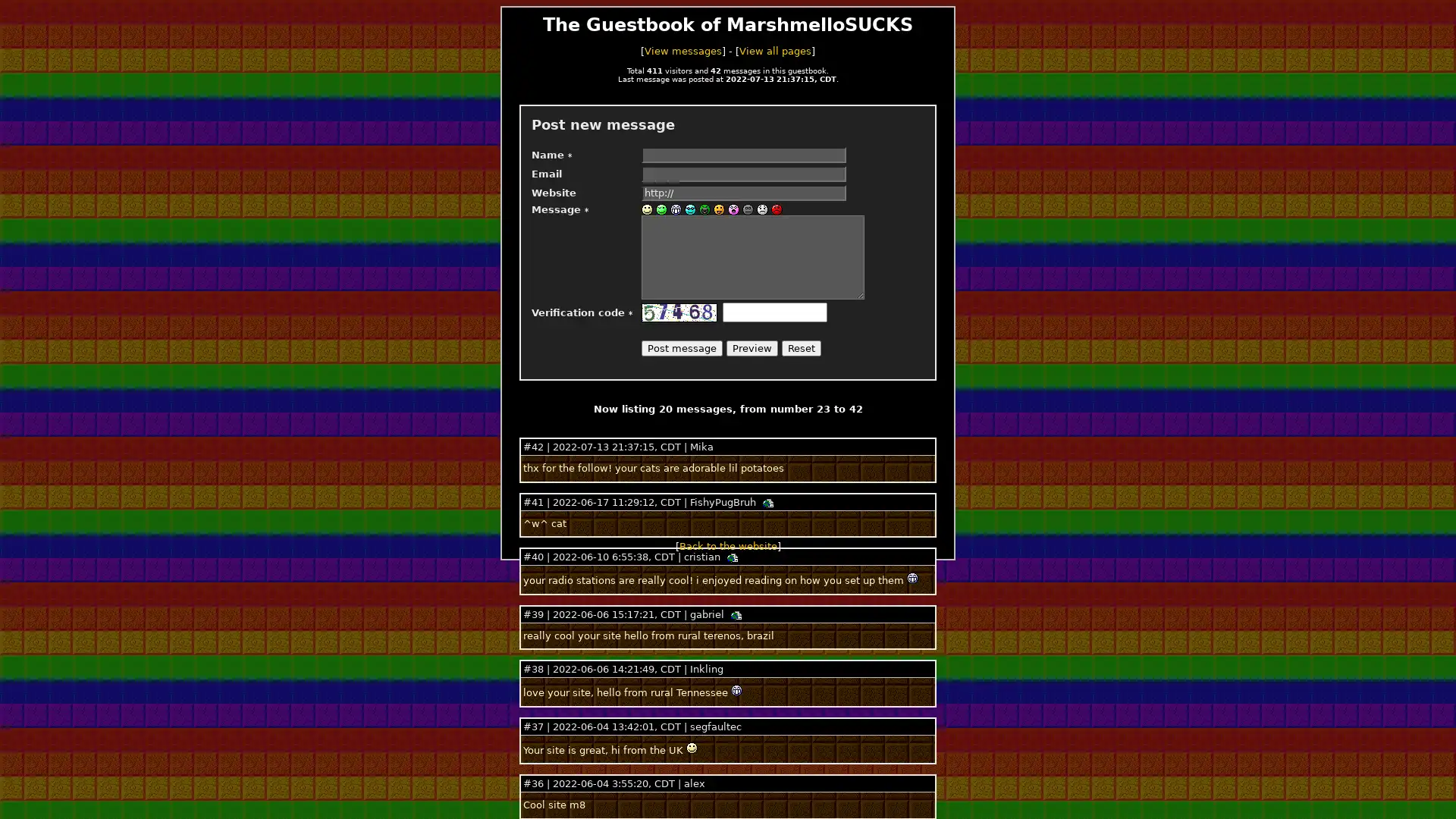  Describe the element at coordinates (752, 348) in the screenshot. I see `Preview` at that location.